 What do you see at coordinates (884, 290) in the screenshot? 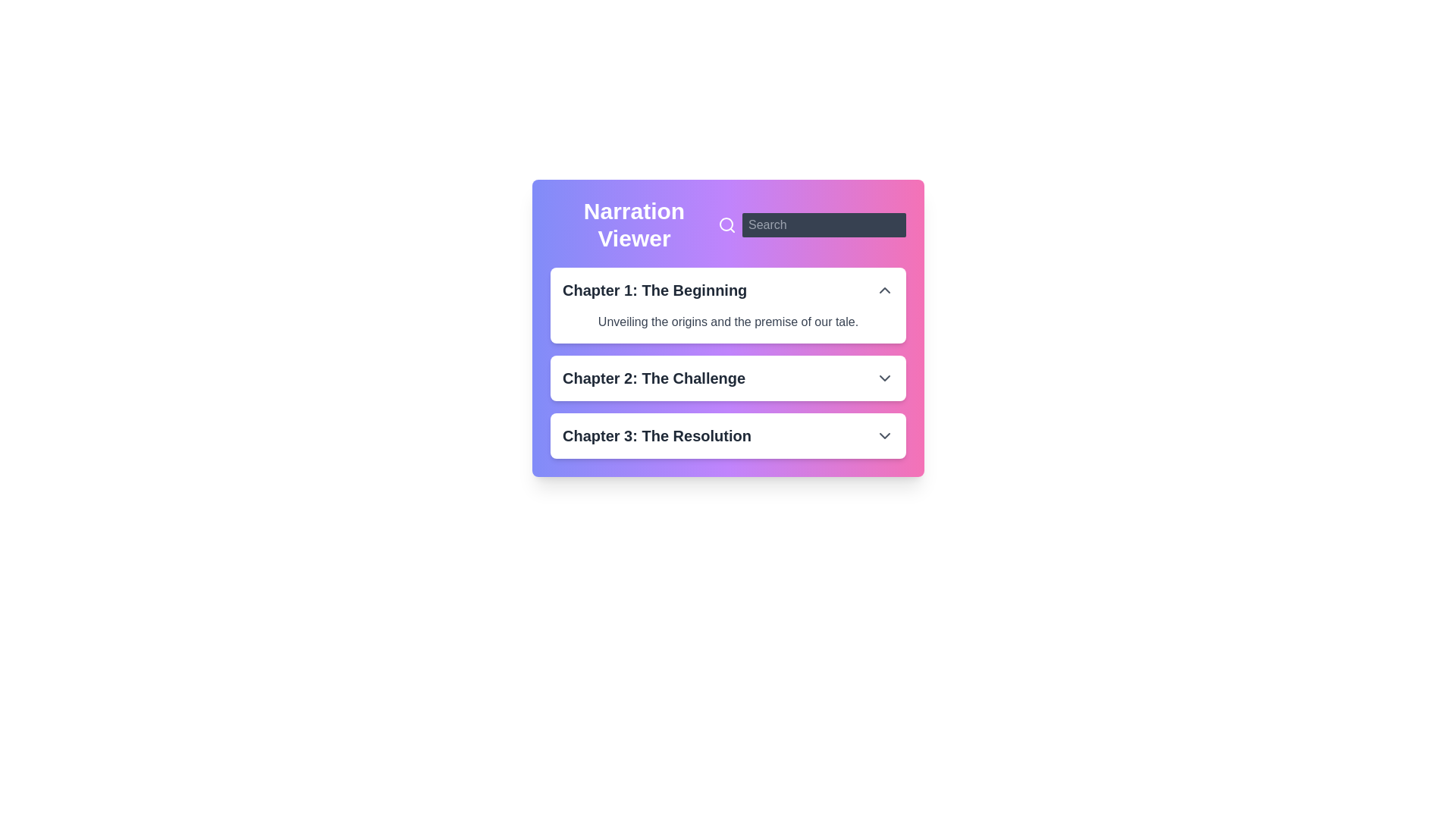
I see `the interactive control icon located on the far right side of the row labeled 'Chapter 1: The Beginning'` at bounding box center [884, 290].